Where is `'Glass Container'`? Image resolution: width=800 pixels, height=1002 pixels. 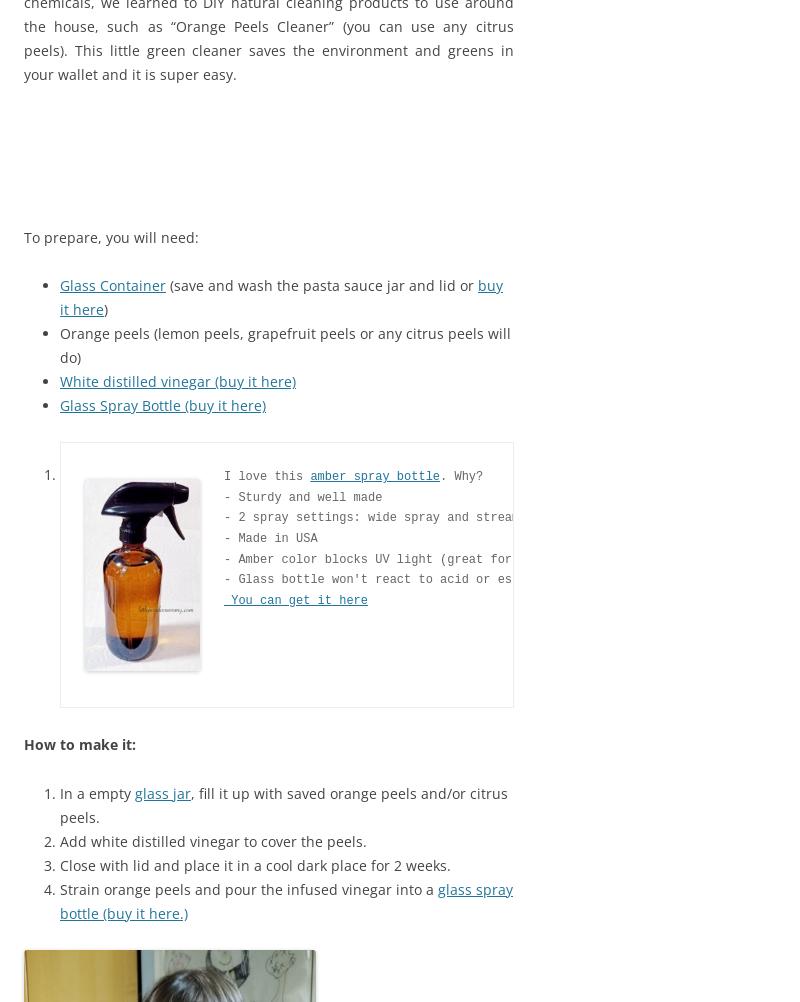
'Glass Container' is located at coordinates (111, 284).